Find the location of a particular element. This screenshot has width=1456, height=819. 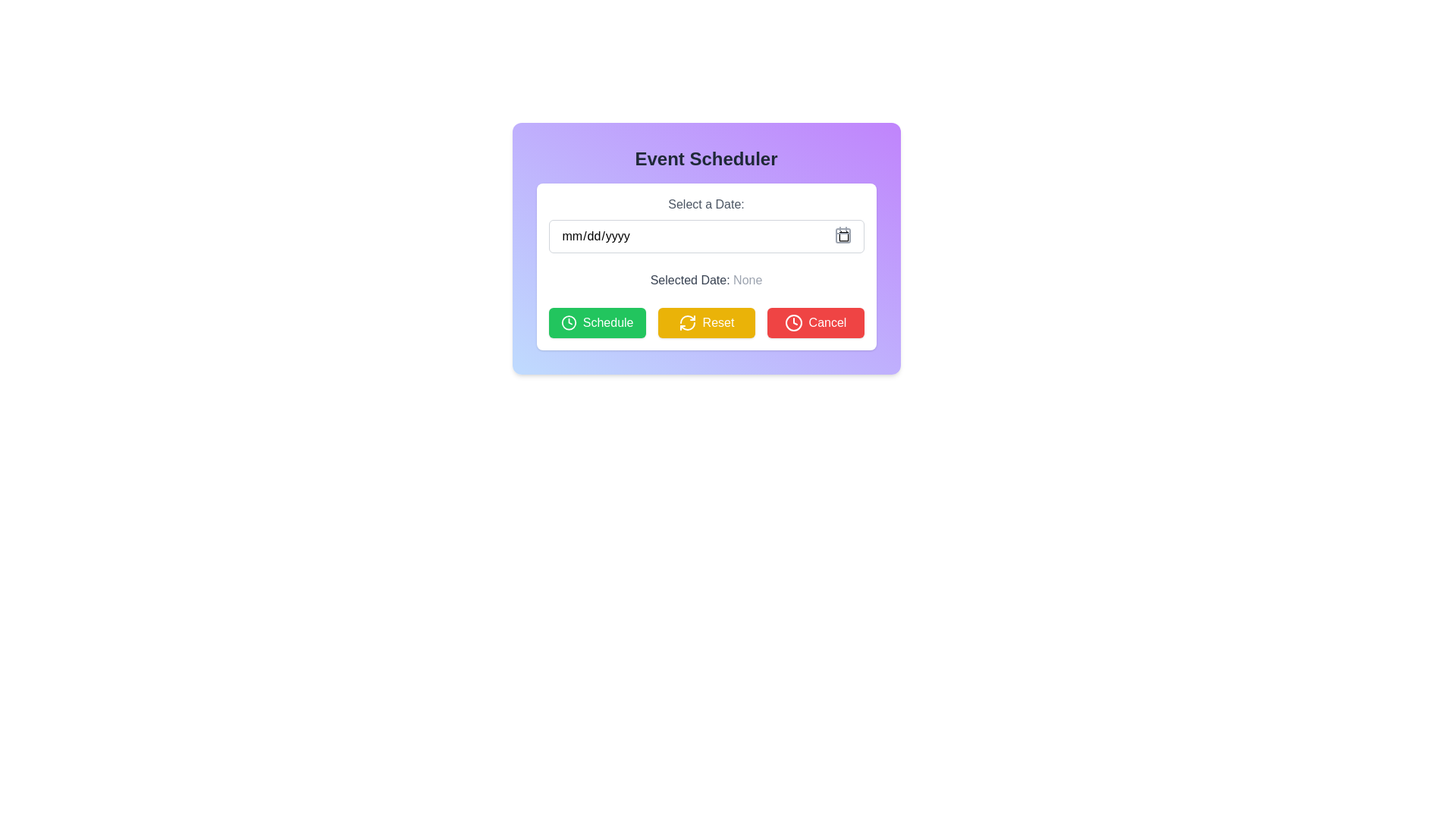

the outer circle of the clock icon located on the leftmost 'Schedule' button of the horizontal button group in the 'Event Scheduler' dialog box is located at coordinates (568, 322).